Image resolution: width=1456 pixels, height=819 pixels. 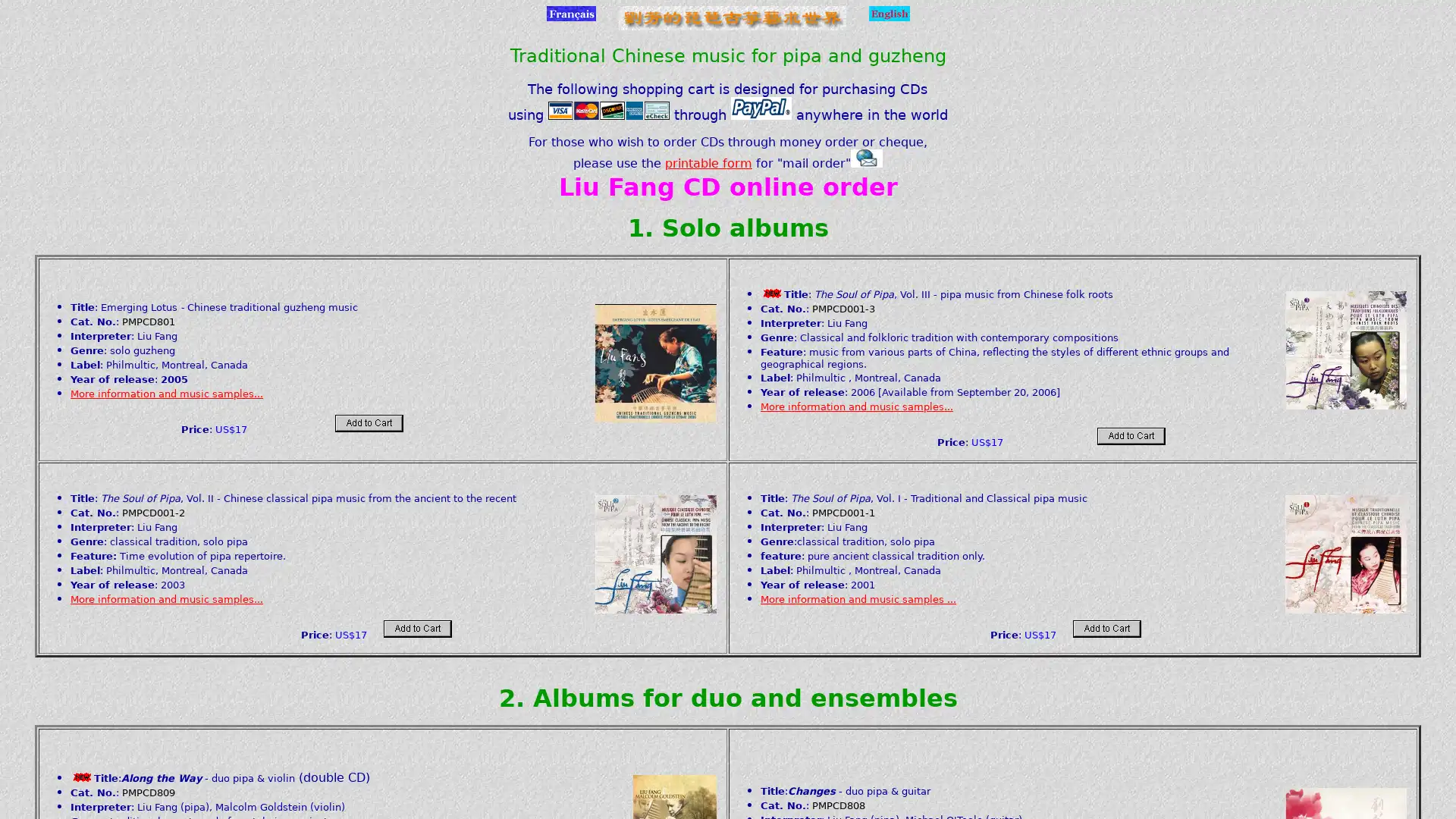 What do you see at coordinates (1131, 436) in the screenshot?
I see `Add to card: Make payments with PayPal - it's fast, free and secure!` at bounding box center [1131, 436].